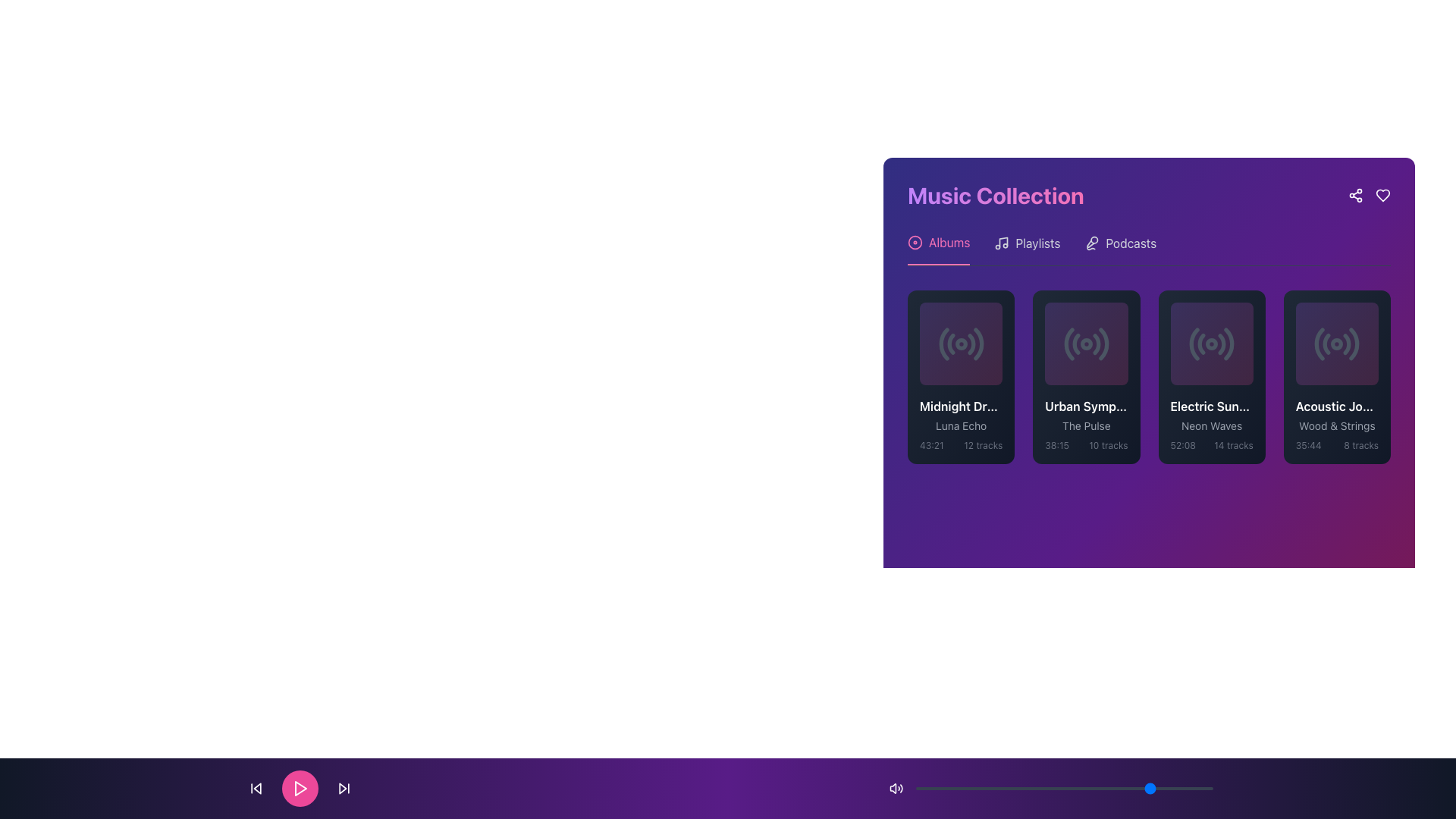  I want to click on the 'Acoustic Journey' square visual card with rounded corners and a gradient background in the 'Music Collection' section, so click(1337, 344).